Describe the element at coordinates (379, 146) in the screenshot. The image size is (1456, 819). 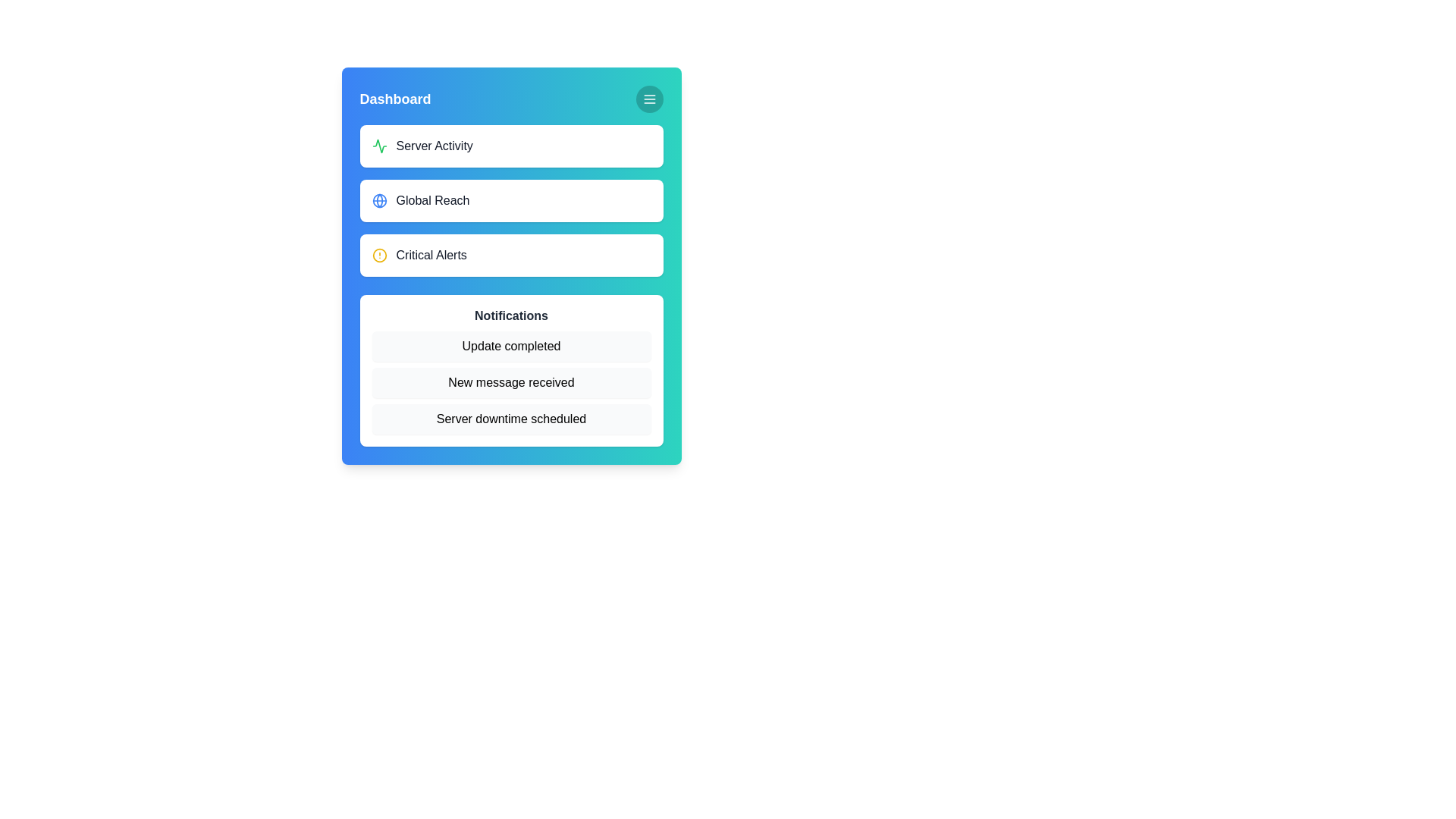
I see `the server activity icon located to the left of the 'Server Activity' text in the topmost list item of the 'Dashboard' card` at that location.